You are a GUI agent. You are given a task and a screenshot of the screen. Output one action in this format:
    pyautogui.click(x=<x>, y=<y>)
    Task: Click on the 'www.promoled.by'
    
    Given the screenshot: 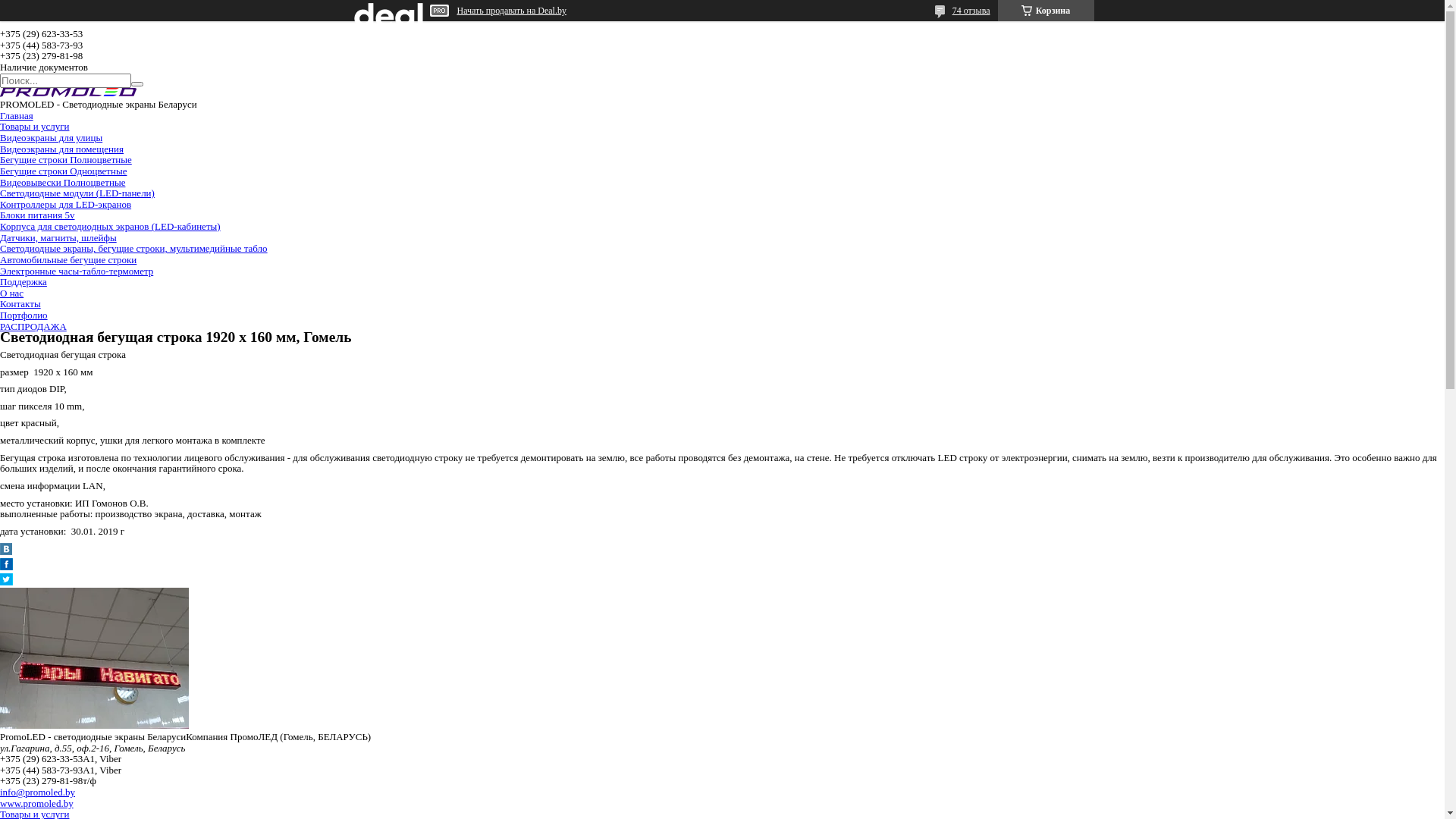 What is the action you would take?
    pyautogui.click(x=36, y=802)
    